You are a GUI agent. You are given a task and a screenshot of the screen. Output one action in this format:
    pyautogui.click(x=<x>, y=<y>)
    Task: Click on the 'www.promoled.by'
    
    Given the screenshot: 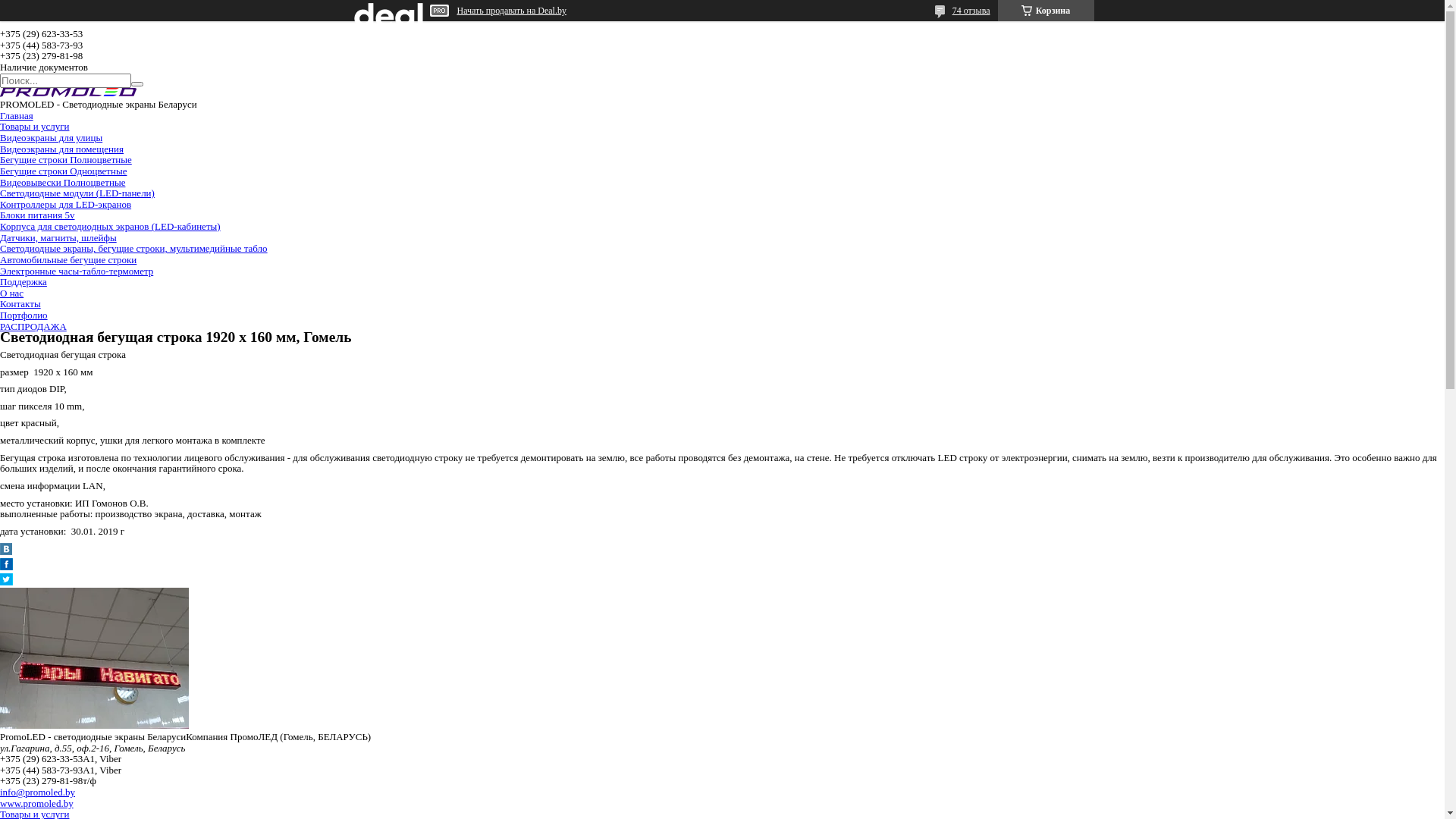 What is the action you would take?
    pyautogui.click(x=36, y=802)
    